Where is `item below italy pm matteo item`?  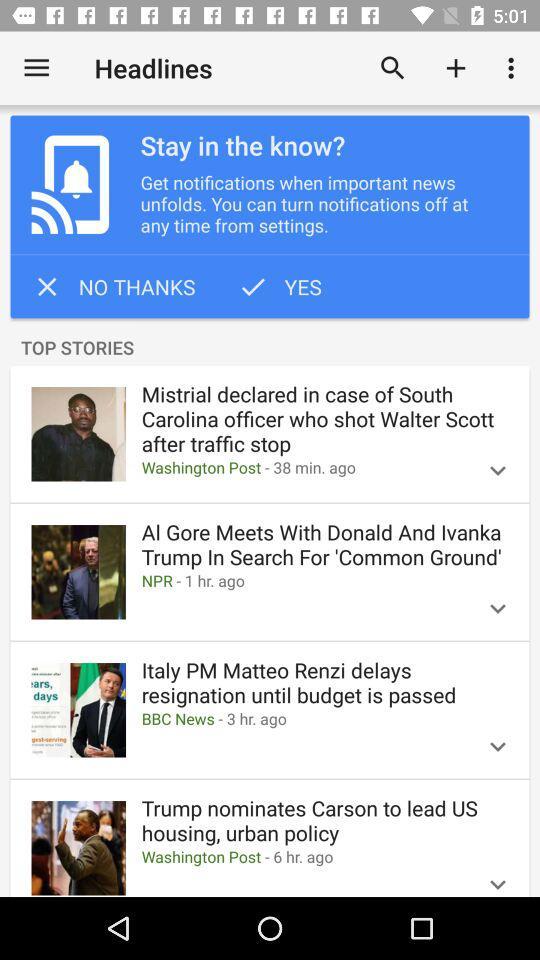
item below italy pm matteo item is located at coordinates (300, 719).